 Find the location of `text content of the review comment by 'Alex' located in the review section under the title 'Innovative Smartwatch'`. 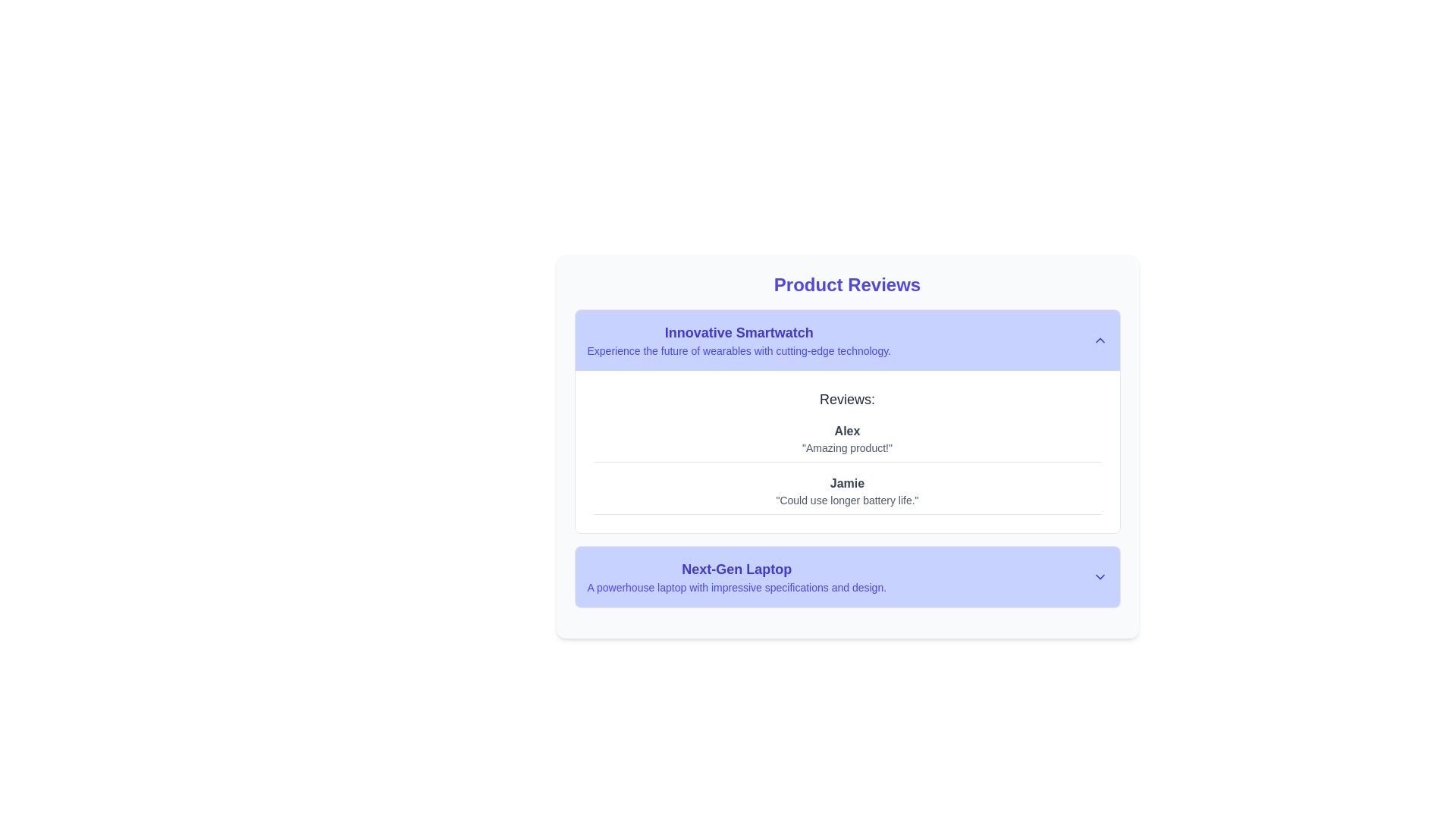

text content of the review comment by 'Alex' located in the review section under the title 'Innovative Smartwatch' is located at coordinates (846, 447).